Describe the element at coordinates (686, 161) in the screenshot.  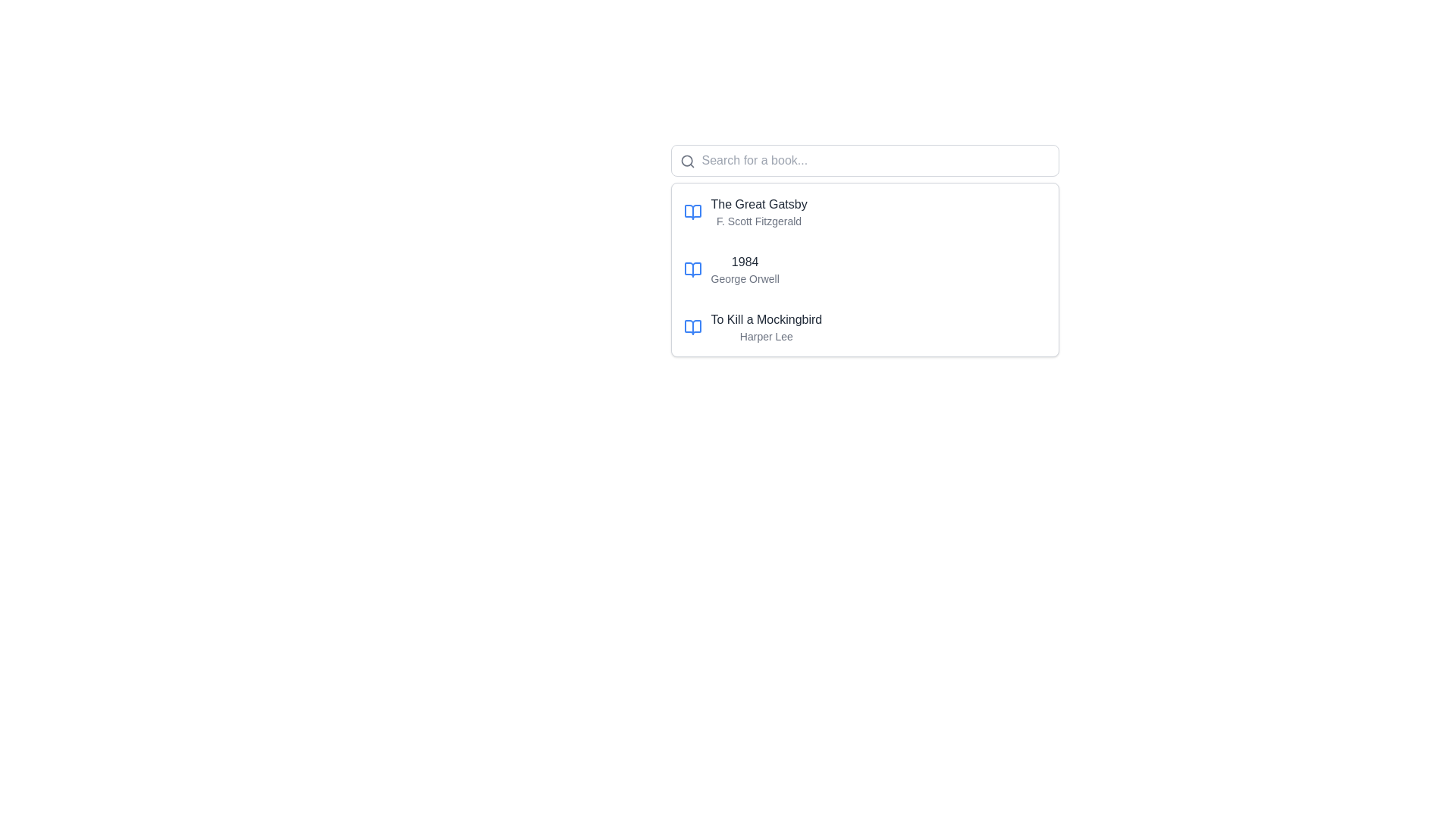
I see `the search icon located at the top-left corner of the search input bar, which has a placeholder text saying 'Search for a book...'` at that location.